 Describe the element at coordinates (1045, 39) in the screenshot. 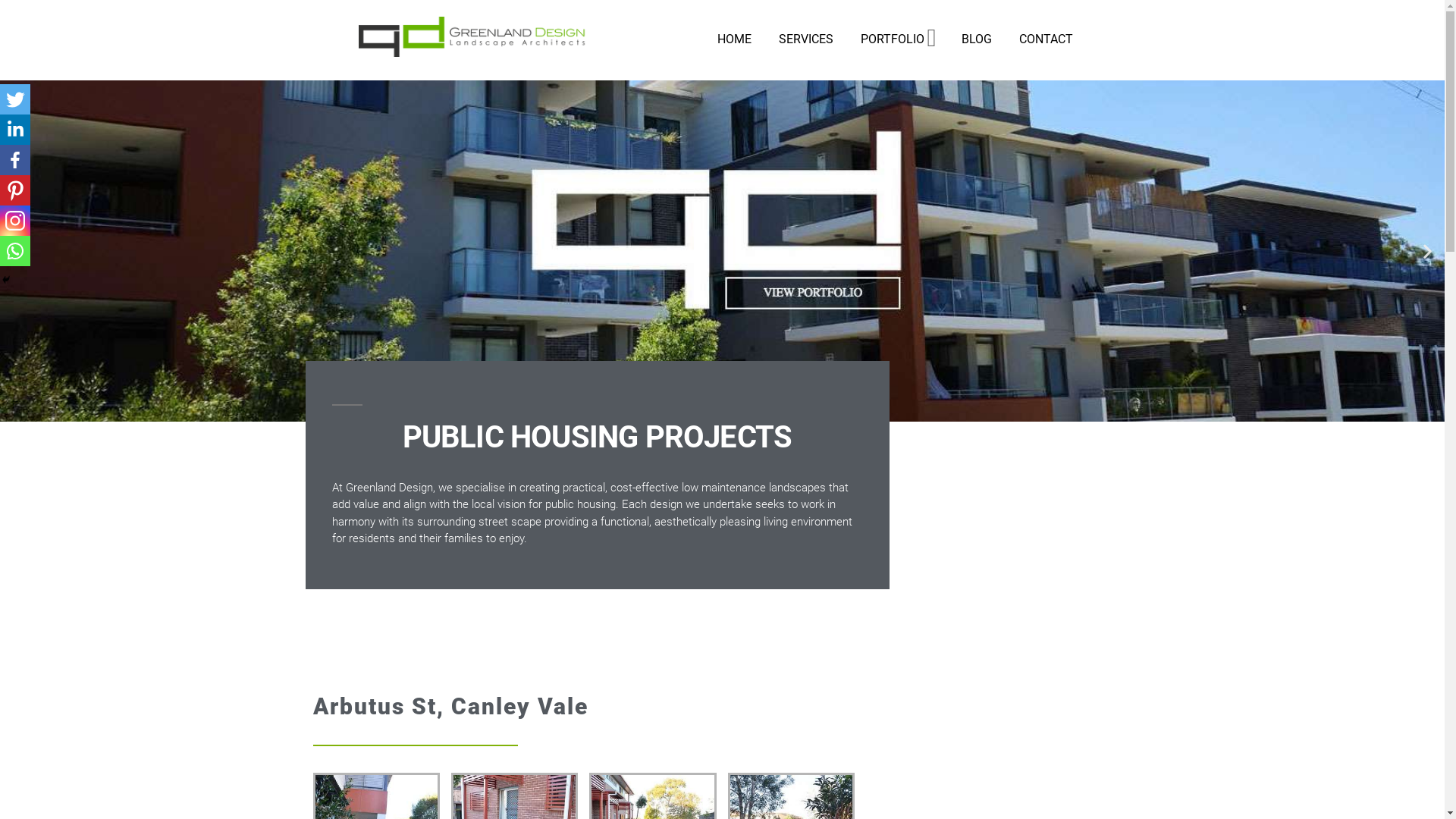

I see `'CONTACT'` at that location.